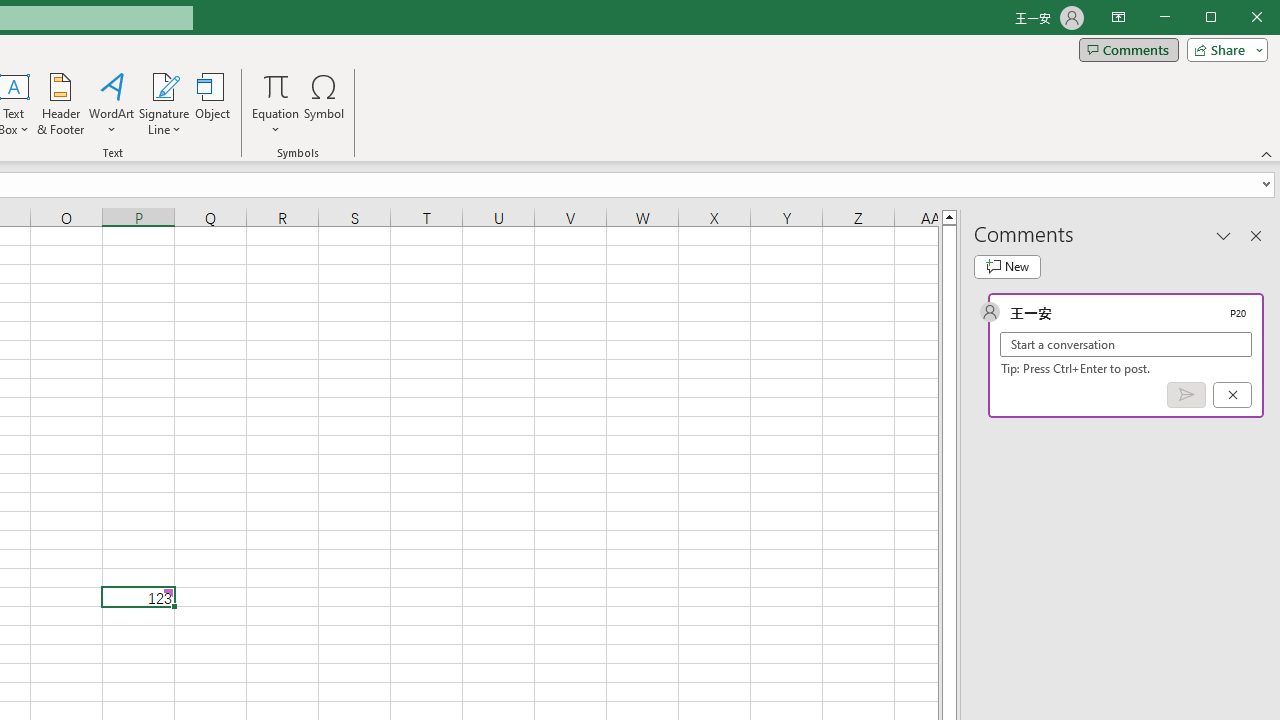 The image size is (1280, 720). I want to click on 'Comments', so click(1128, 49).